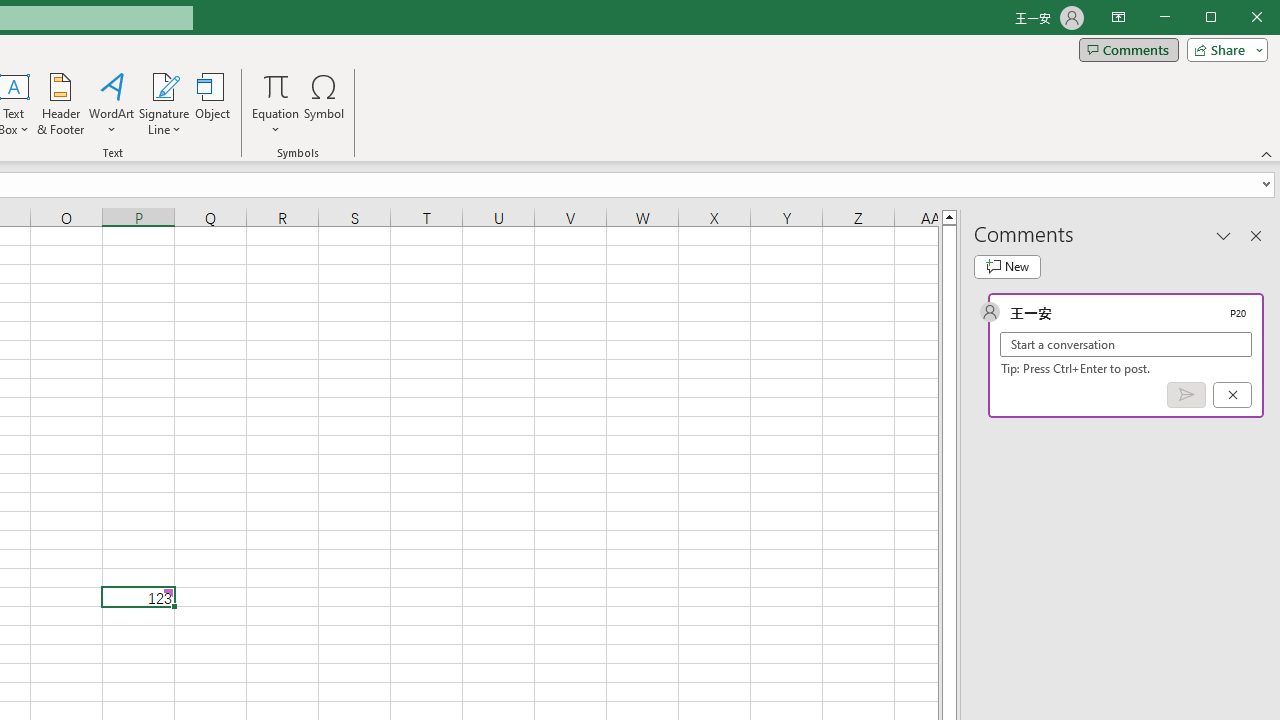 The image size is (1280, 720). I want to click on 'Comments', so click(1128, 49).